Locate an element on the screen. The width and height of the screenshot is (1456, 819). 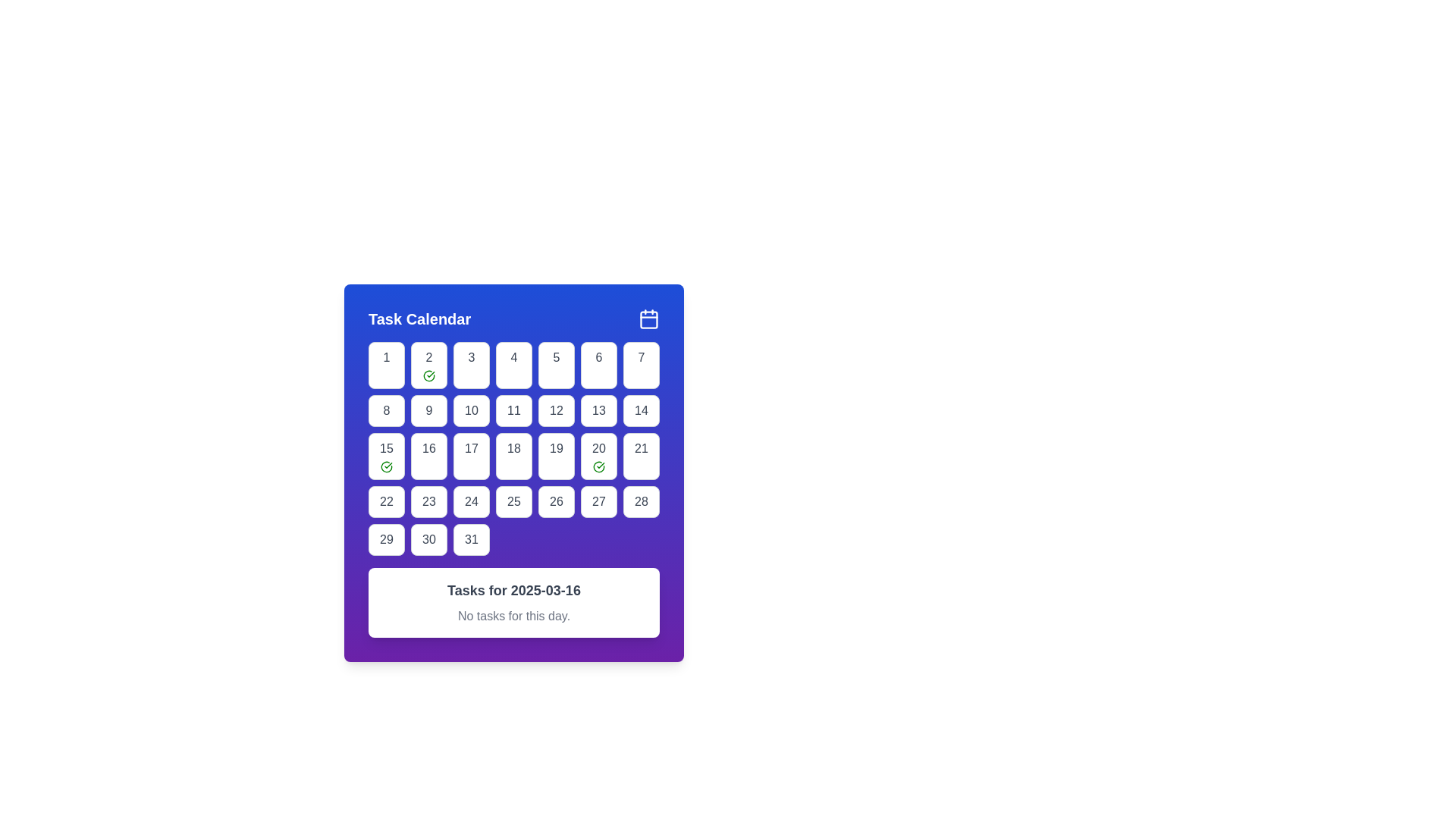
the small rectangular button displaying the number '12' in bold black font is located at coordinates (556, 411).